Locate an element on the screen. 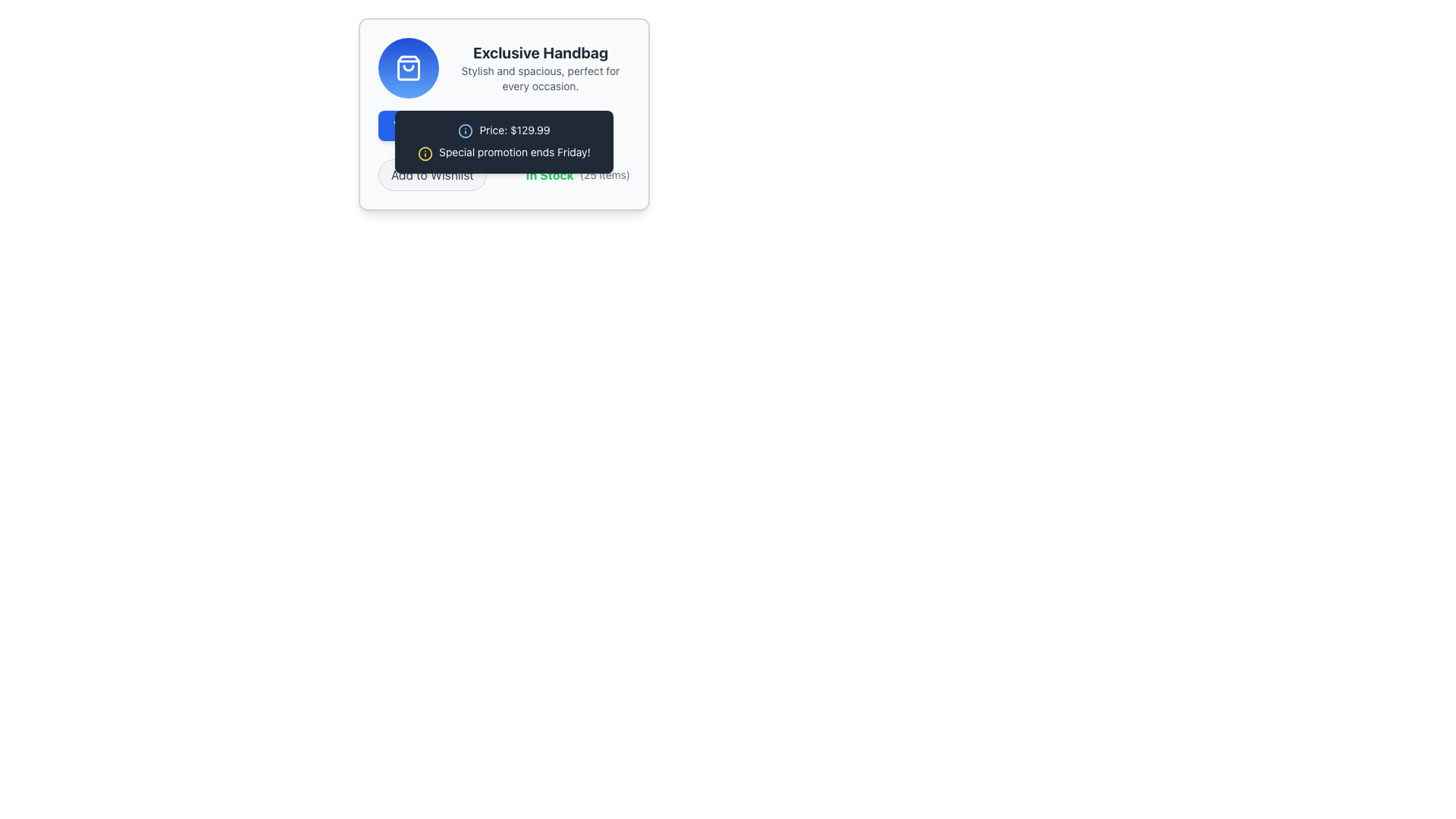  the static text element that provides a descriptive summary about the product, located below the title 'Exclusive Handbag' is located at coordinates (541, 79).